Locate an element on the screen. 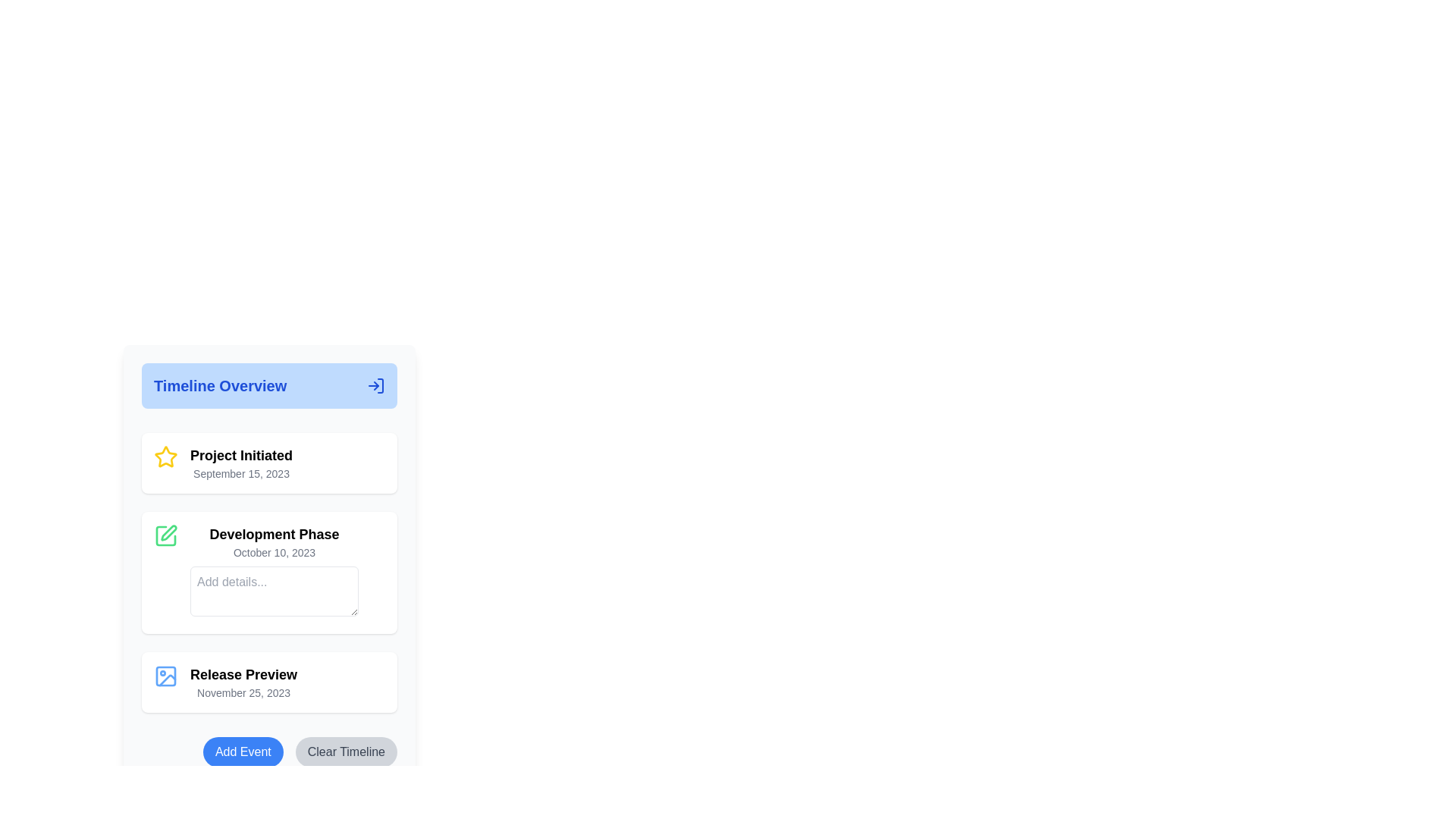 The height and width of the screenshot is (819, 1456). date displayed in the gray font label that shows 'September 15, 2023', located below the 'Project Initiated' heading and to the right of the yellow star icon in the timeline view is located at coordinates (240, 472).